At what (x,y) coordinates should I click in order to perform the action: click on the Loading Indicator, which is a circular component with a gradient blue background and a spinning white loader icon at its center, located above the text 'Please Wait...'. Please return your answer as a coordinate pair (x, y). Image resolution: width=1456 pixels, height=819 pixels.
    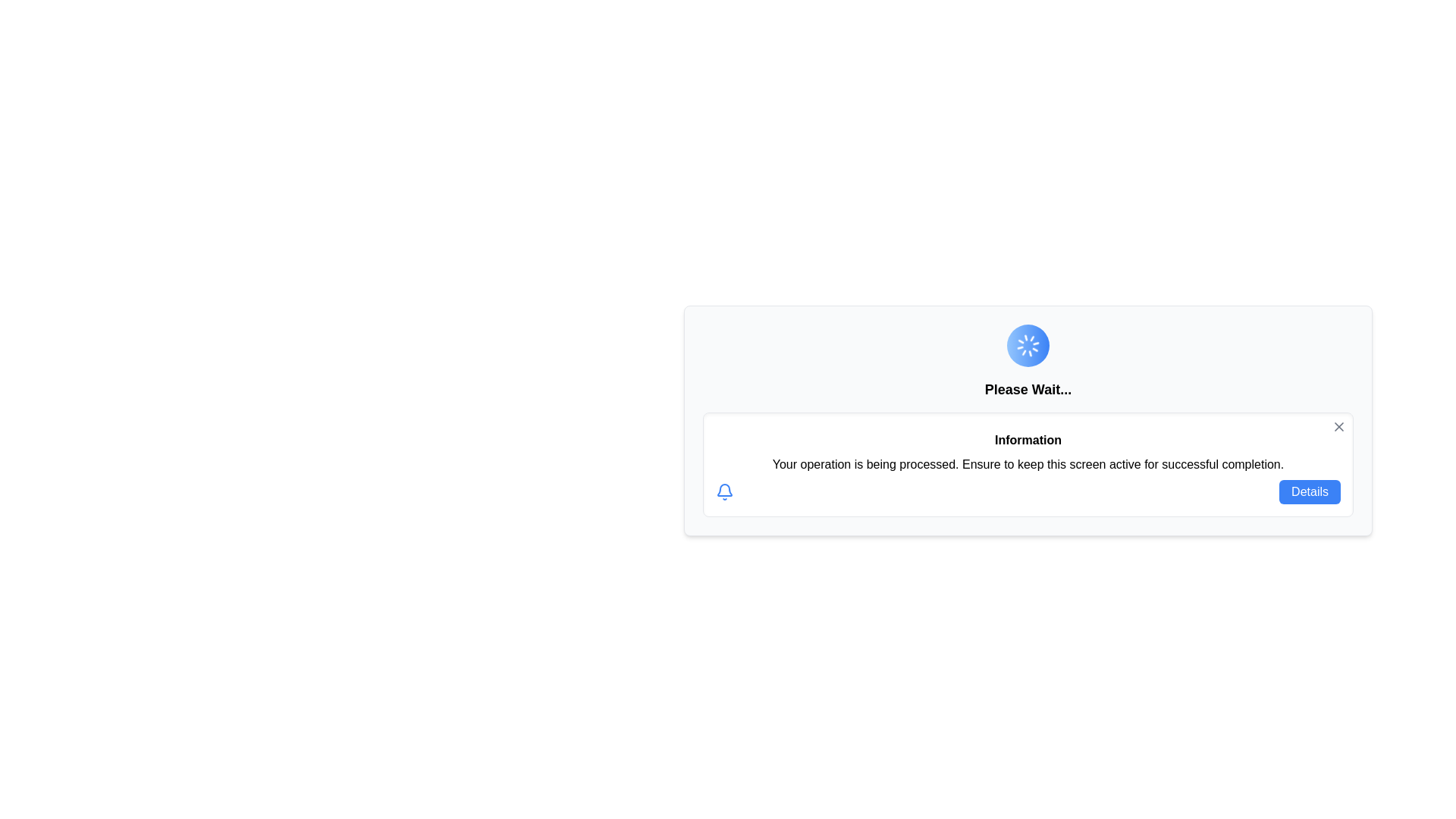
    Looking at the image, I should click on (1028, 345).